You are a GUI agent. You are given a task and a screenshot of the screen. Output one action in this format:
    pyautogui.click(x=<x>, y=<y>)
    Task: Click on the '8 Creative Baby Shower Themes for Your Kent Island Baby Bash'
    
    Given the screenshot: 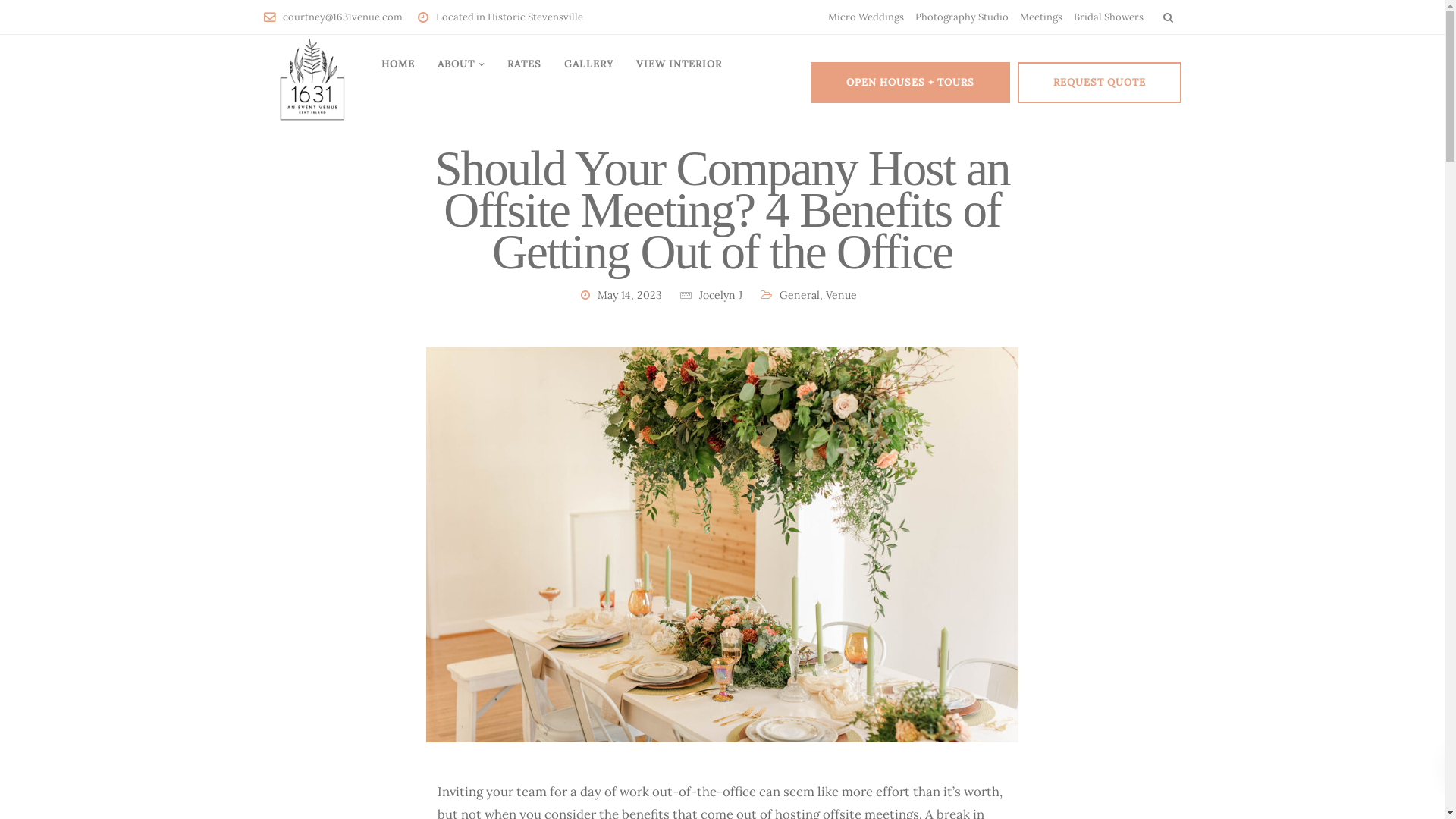 What is the action you would take?
    pyautogui.click(x=710, y=562)
    